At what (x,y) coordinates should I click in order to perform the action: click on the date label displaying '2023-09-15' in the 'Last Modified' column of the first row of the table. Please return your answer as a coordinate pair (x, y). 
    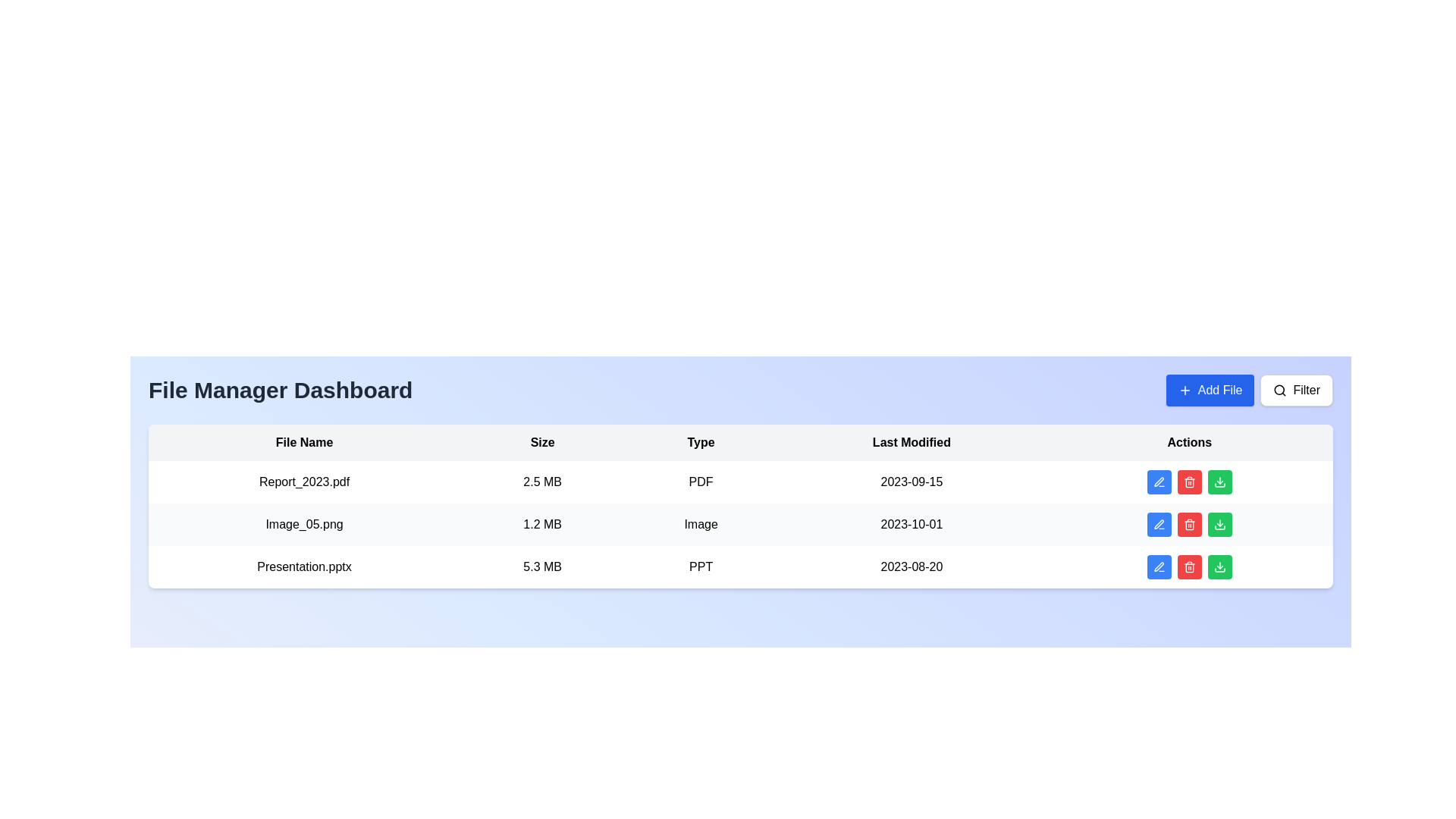
    Looking at the image, I should click on (911, 482).